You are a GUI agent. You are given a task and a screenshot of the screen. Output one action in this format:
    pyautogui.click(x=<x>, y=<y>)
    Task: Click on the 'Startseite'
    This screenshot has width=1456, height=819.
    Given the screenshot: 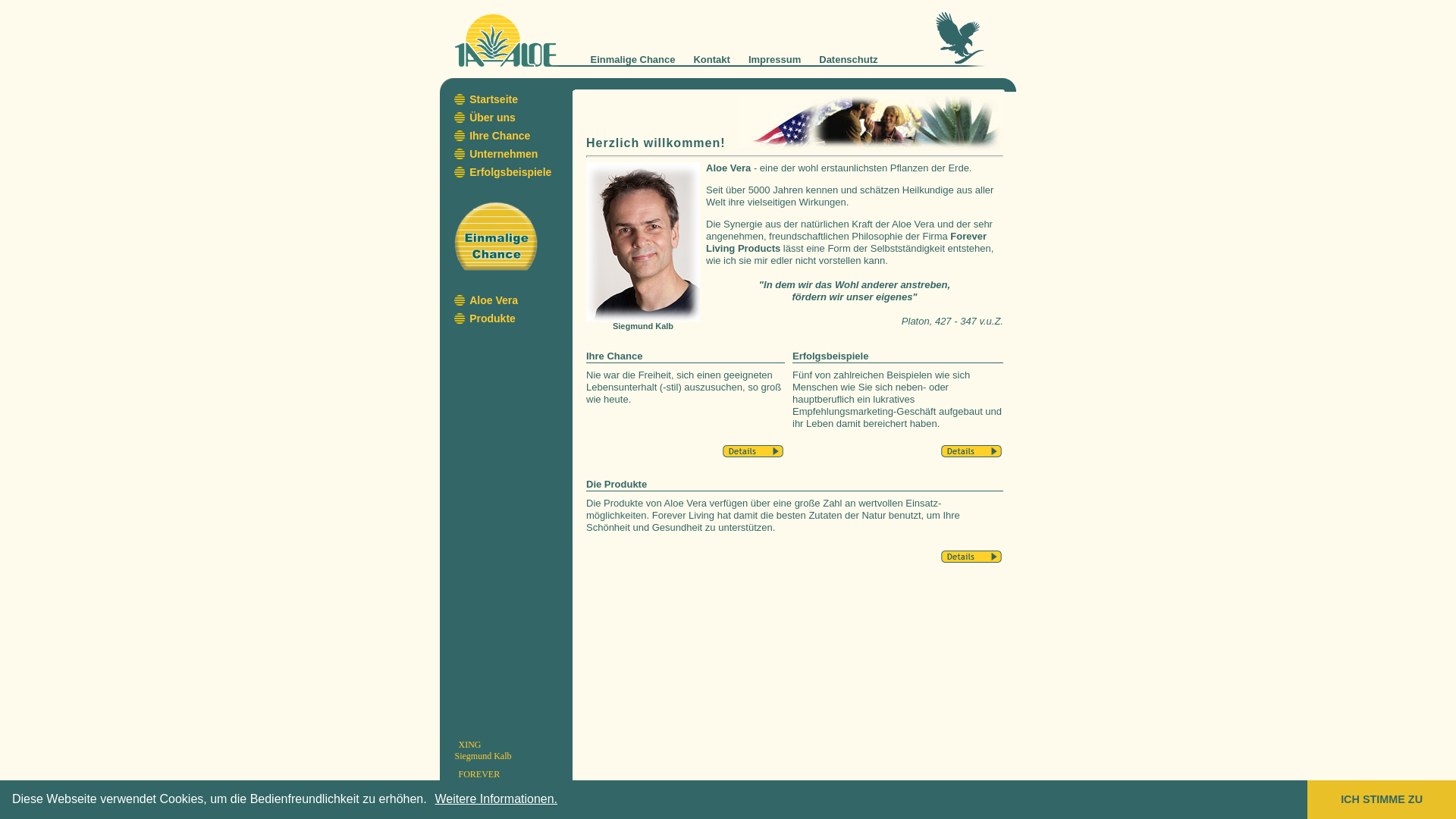 What is the action you would take?
    pyautogui.click(x=494, y=99)
    